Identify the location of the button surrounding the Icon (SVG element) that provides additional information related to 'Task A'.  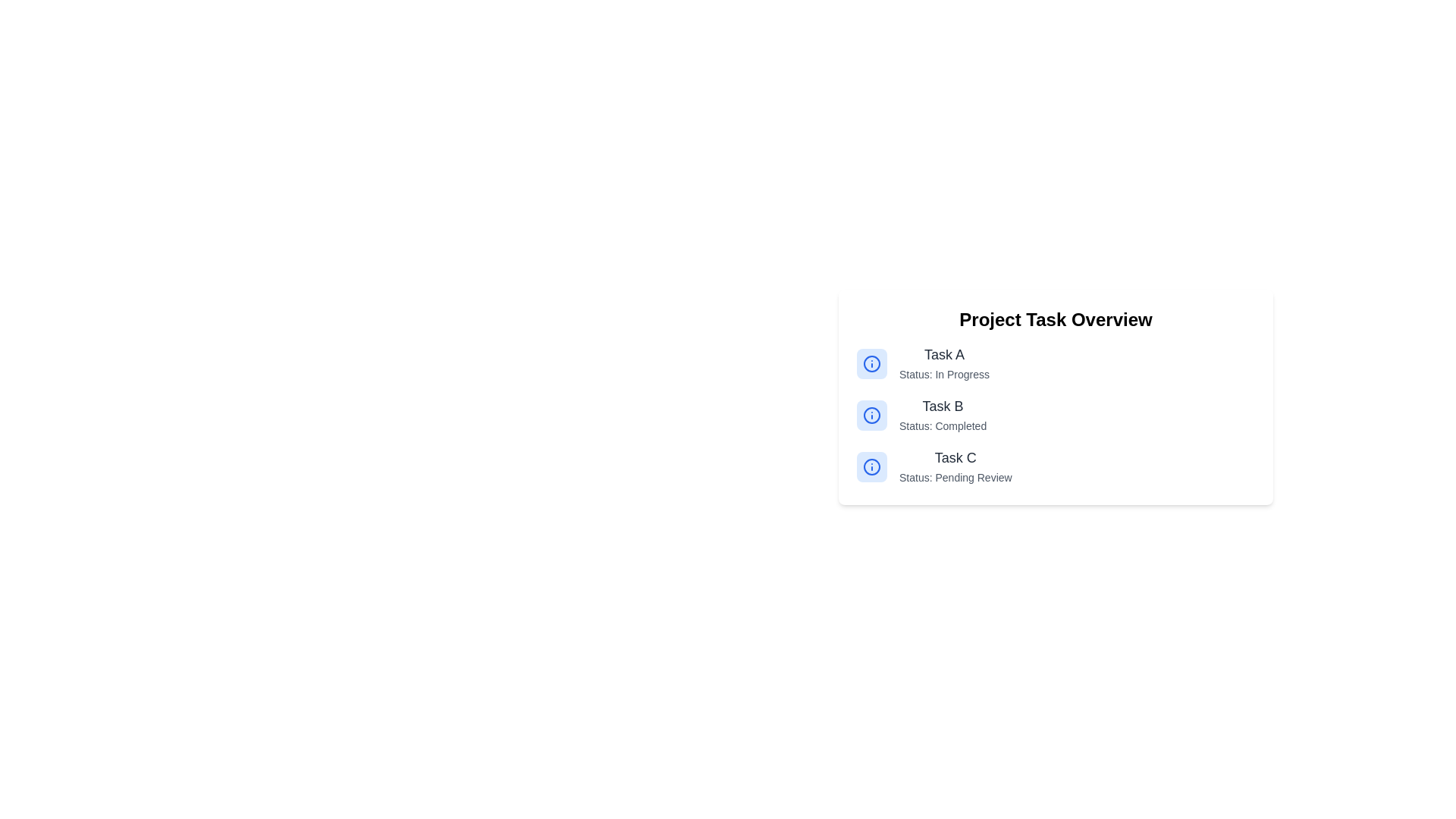
(872, 363).